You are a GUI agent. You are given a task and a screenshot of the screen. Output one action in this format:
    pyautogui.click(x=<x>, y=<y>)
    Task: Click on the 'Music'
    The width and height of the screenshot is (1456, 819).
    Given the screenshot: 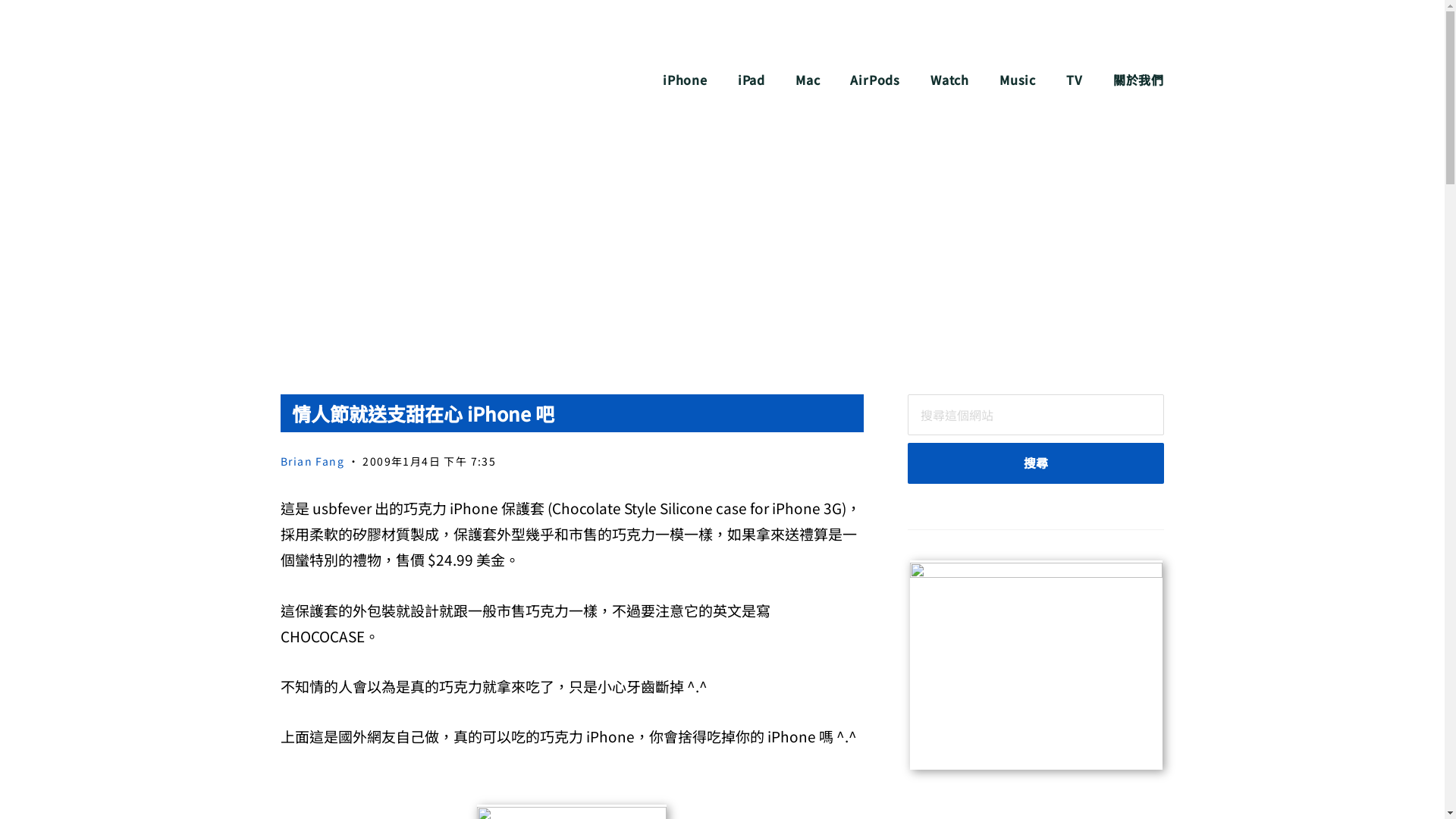 What is the action you would take?
    pyautogui.click(x=999, y=80)
    